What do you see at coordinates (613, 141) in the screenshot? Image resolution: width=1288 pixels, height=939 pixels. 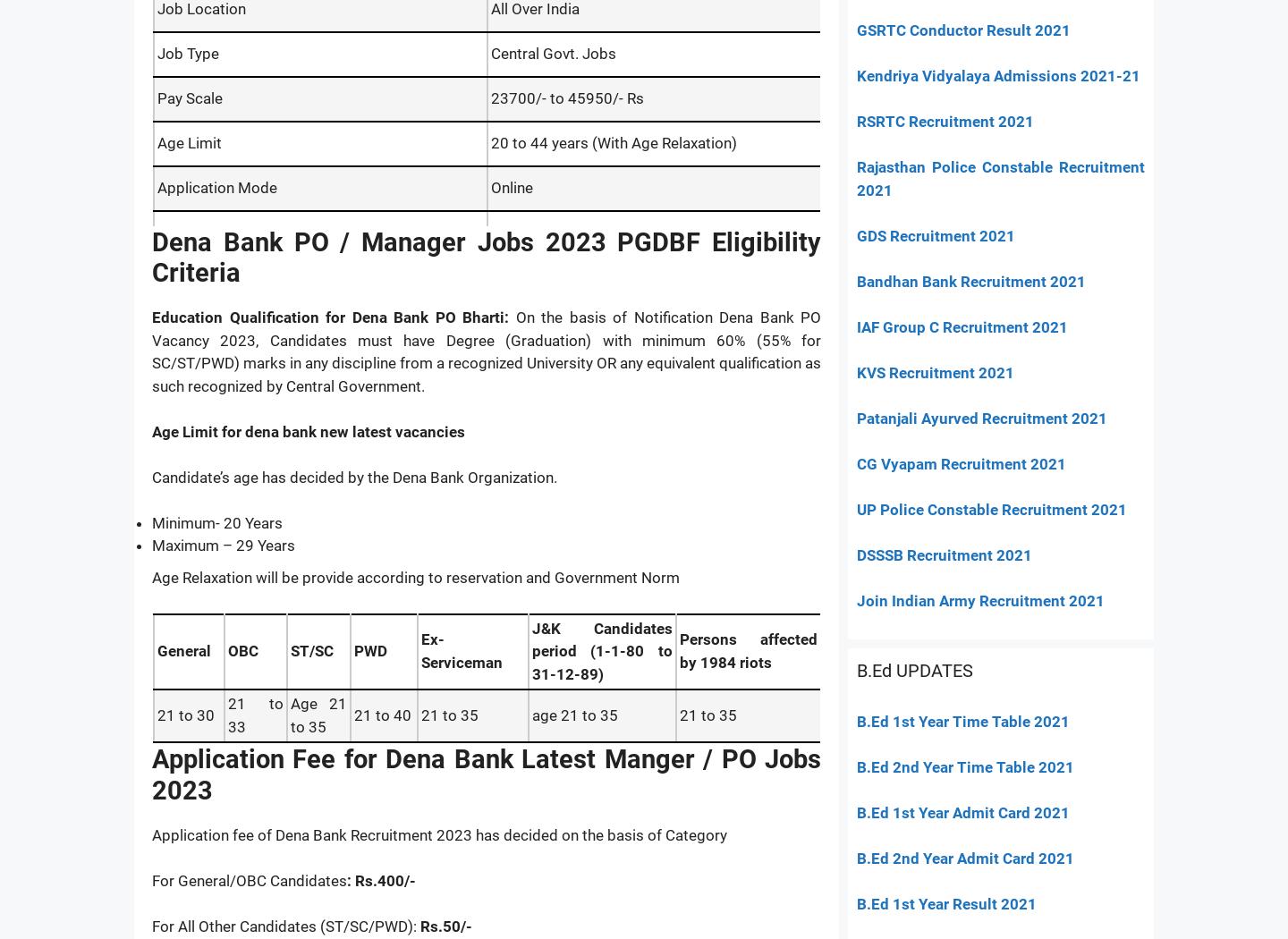 I see `'20 to 44 years (With Age Relaxation)'` at bounding box center [613, 141].